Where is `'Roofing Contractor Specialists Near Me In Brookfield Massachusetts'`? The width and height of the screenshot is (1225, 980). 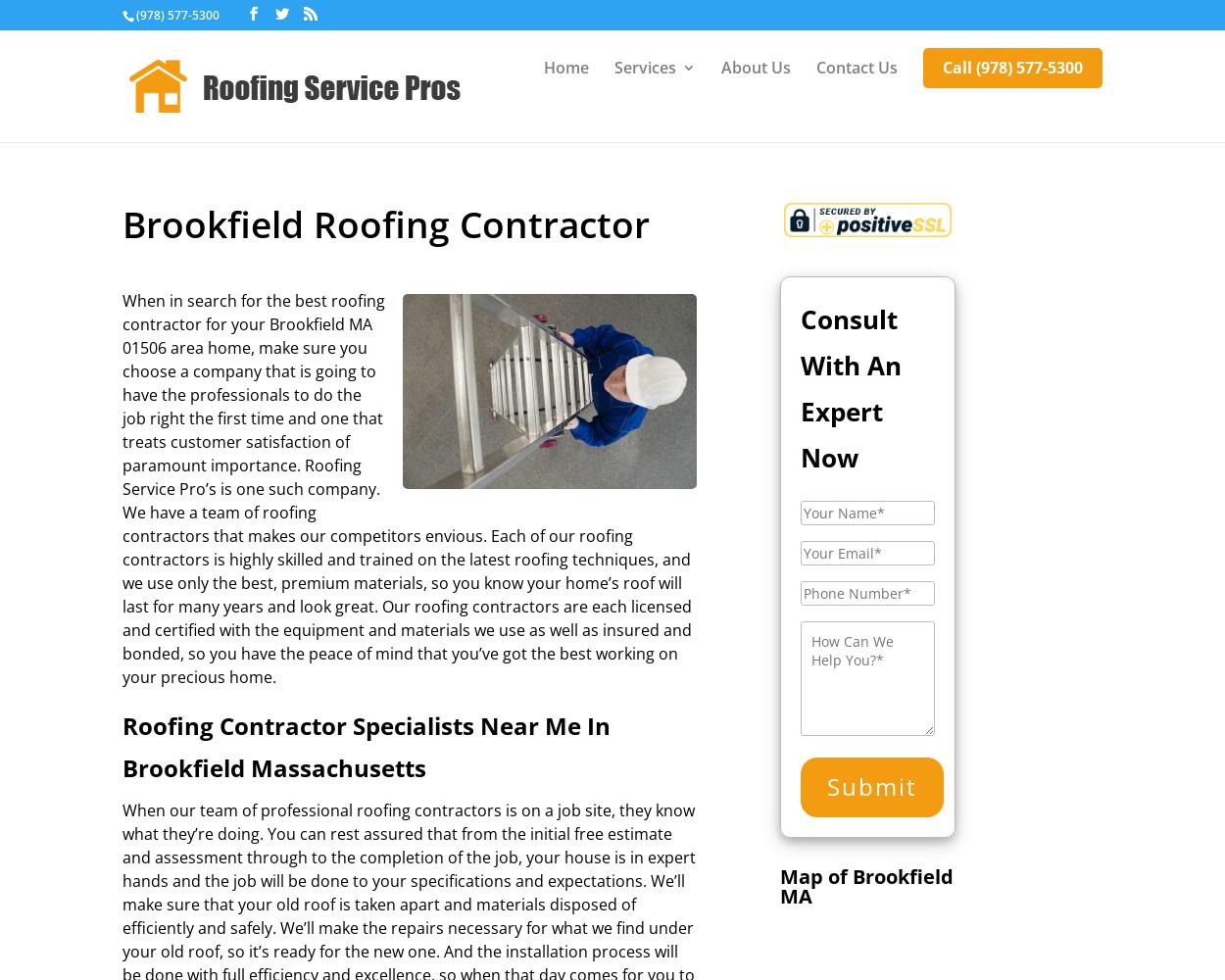 'Roofing Contractor Specialists Near Me In Brookfield Massachusetts' is located at coordinates (366, 746).